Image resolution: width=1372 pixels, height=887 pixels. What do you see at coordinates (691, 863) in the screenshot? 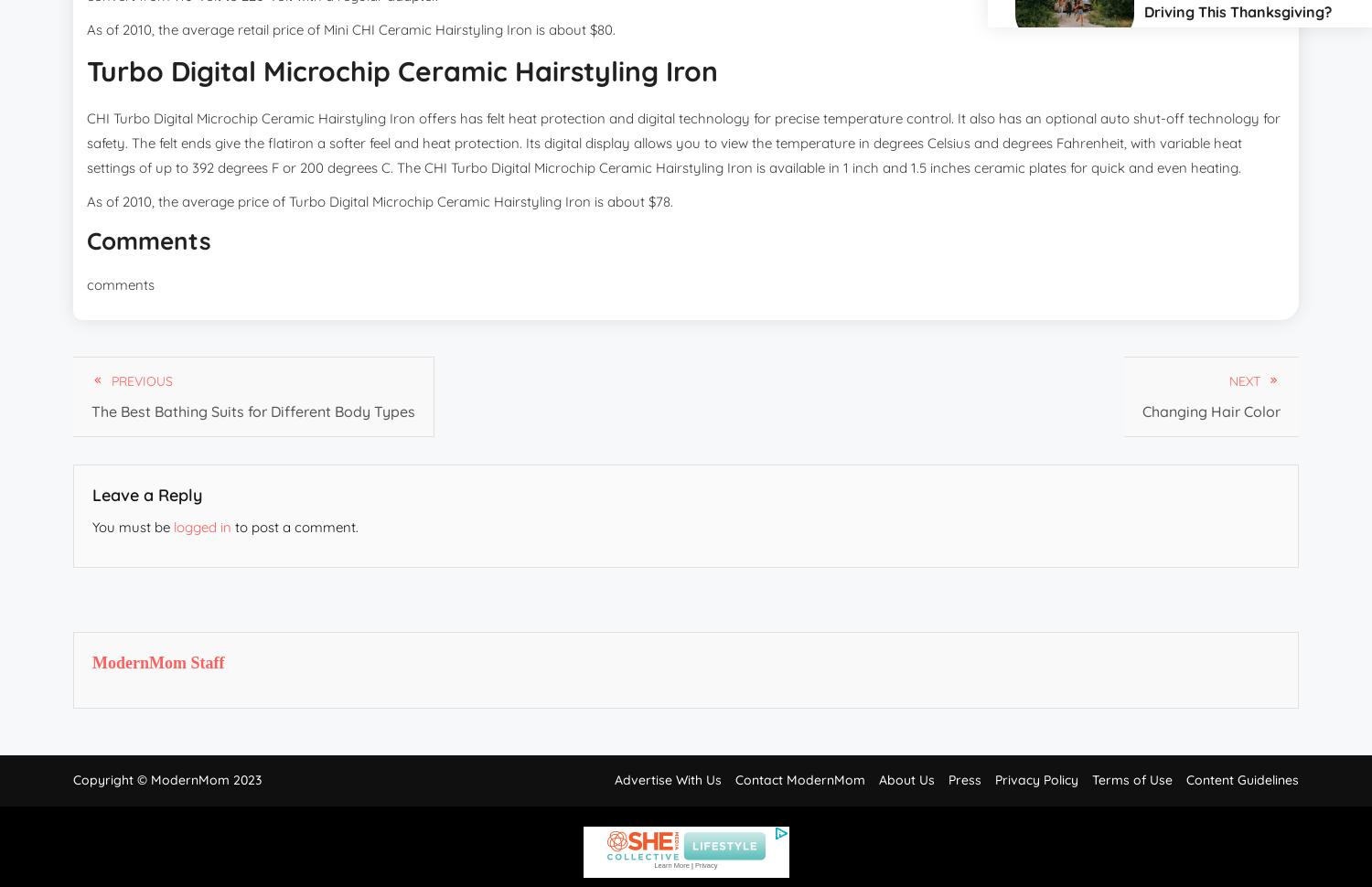
I see `'|'` at bounding box center [691, 863].